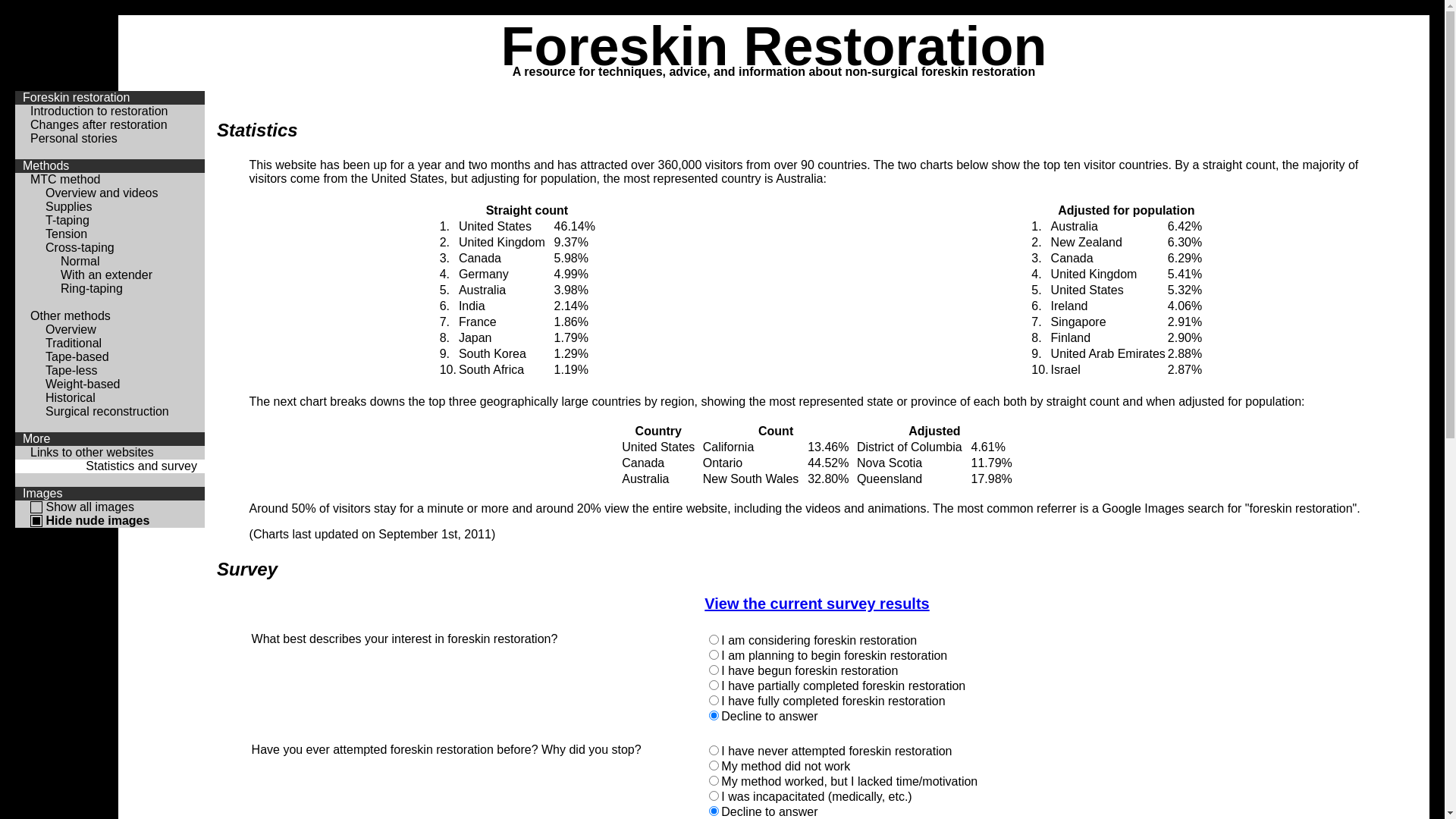 The height and width of the screenshot is (819, 1456). What do you see at coordinates (79, 260) in the screenshot?
I see `'Normal'` at bounding box center [79, 260].